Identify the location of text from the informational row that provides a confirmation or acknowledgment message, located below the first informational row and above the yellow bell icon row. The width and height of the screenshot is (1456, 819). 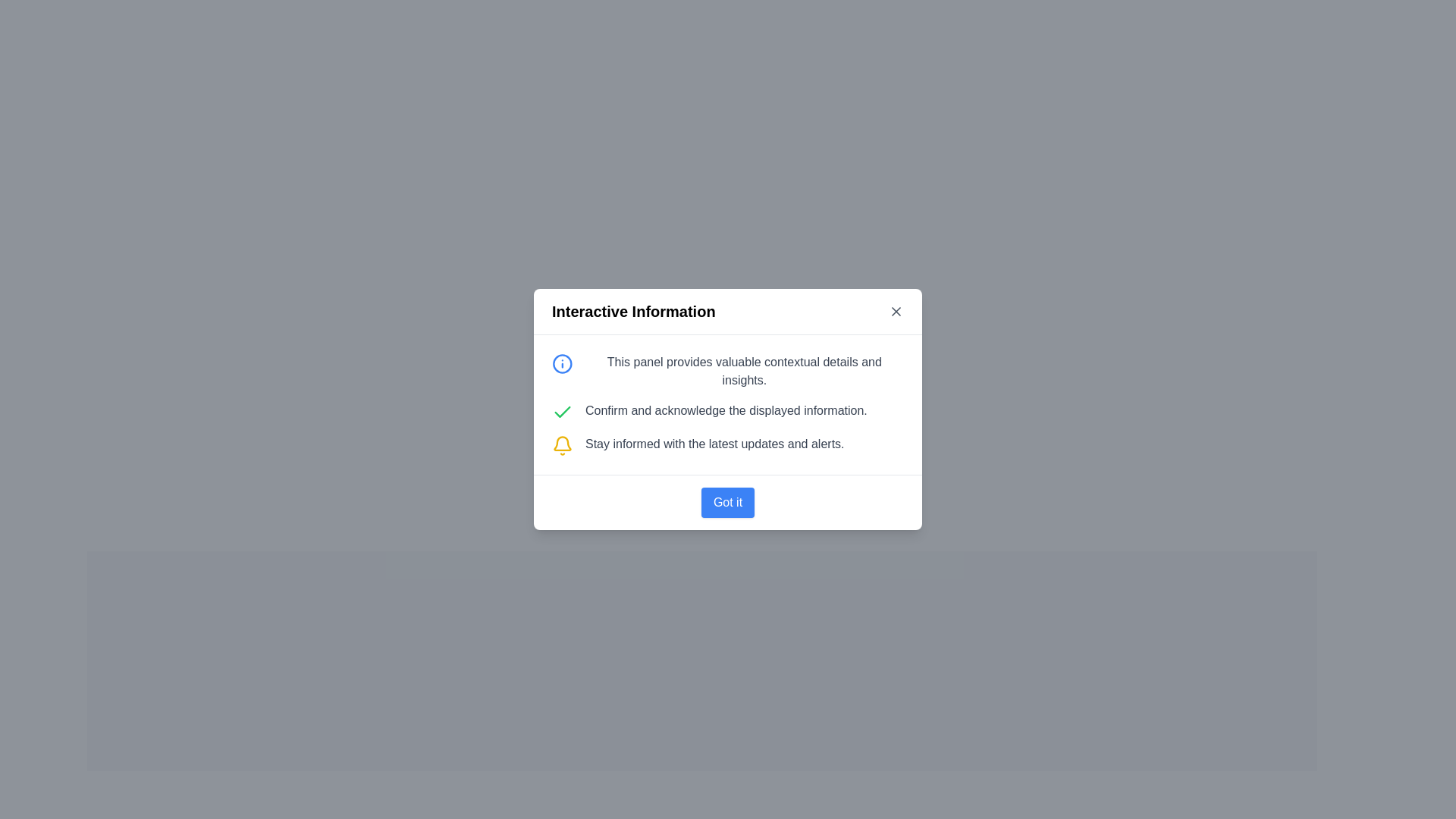
(728, 412).